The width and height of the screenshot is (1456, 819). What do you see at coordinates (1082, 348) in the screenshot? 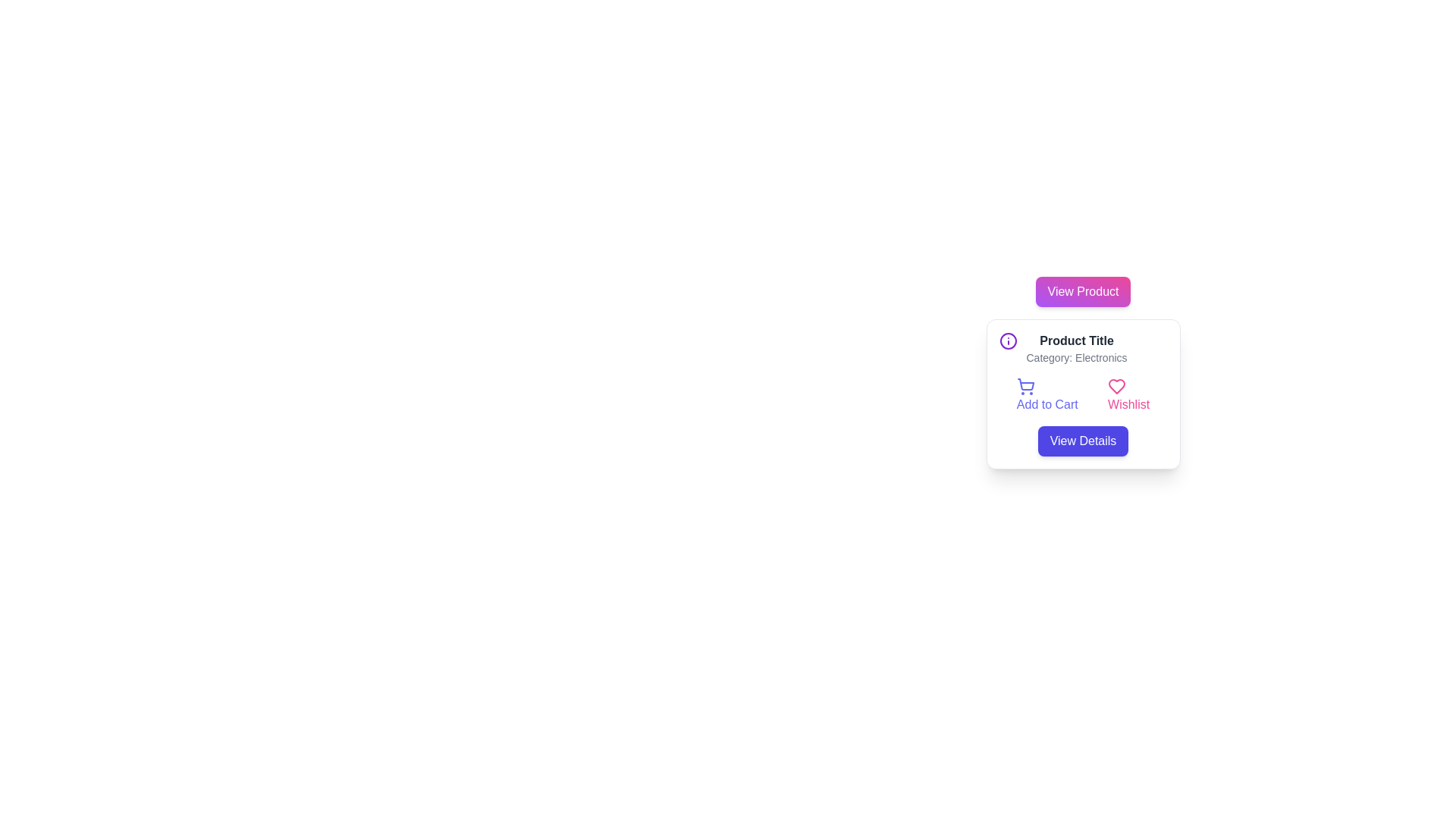
I see `text in the Information Display Section which contains 'Product Title' in bold black font and 'Category: Electronics' in gray smaller font, located beneath the purple 'View Product' button` at bounding box center [1082, 348].